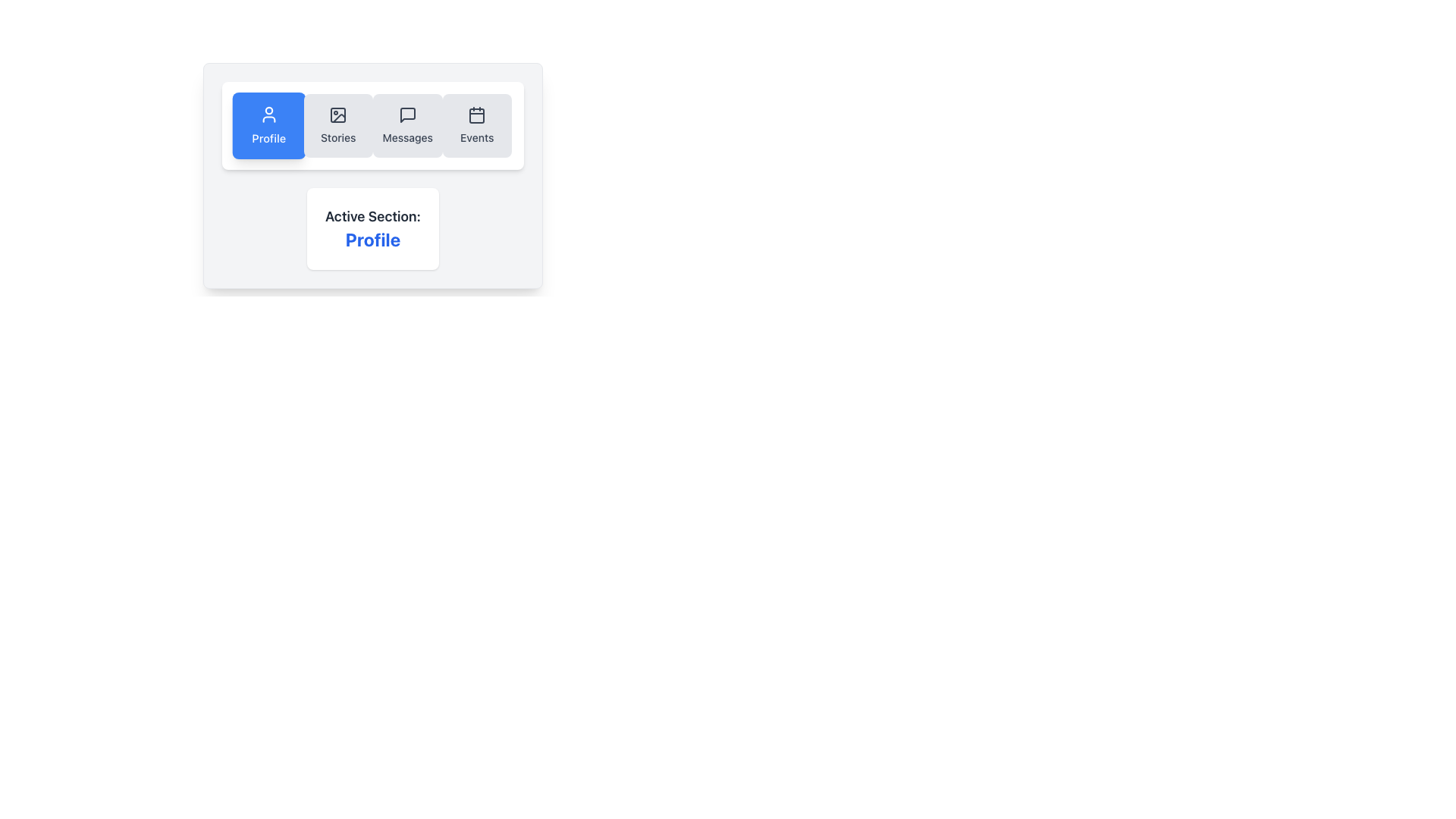 This screenshot has height=819, width=1456. I want to click on the calendar icon located in the Events section, which features a rounded square border and is positioned adjacent to the 'Events' label, so click(476, 114).